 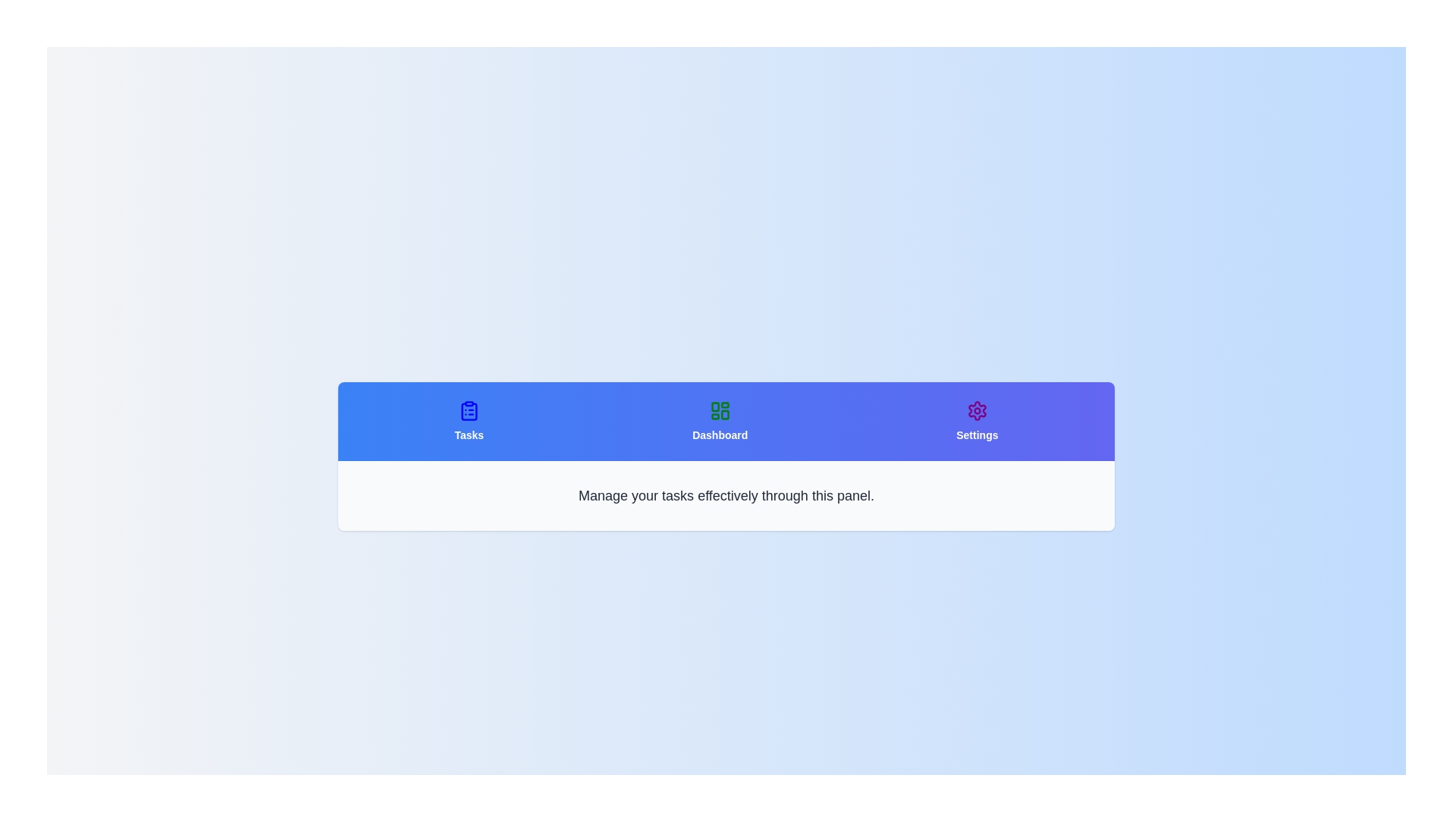 What do you see at coordinates (468, 421) in the screenshot?
I see `the Tasks tab to activate its content` at bounding box center [468, 421].